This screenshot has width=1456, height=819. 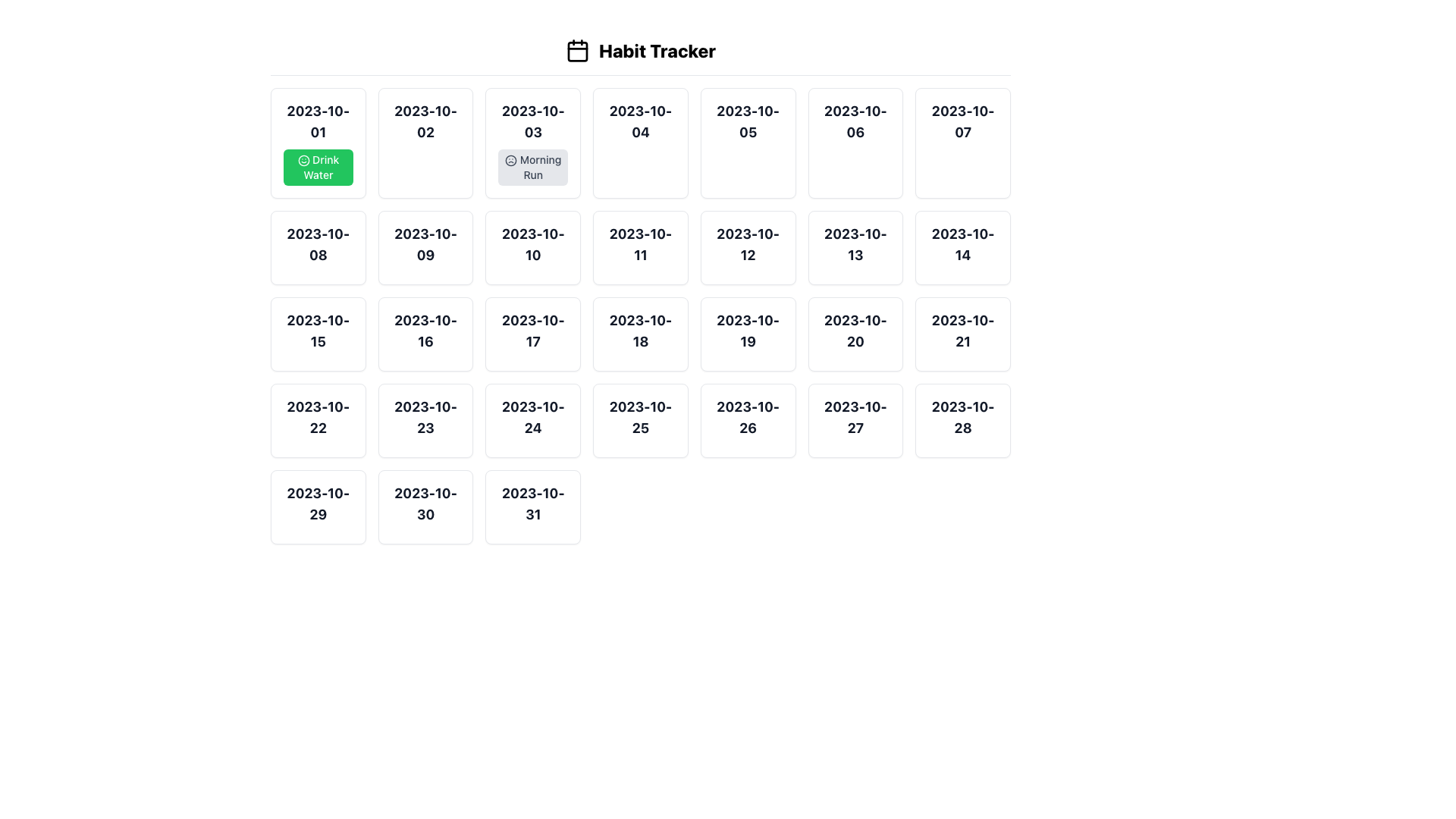 I want to click on the Calendar Date Cell displaying '2023-10-08', so click(x=317, y=247).